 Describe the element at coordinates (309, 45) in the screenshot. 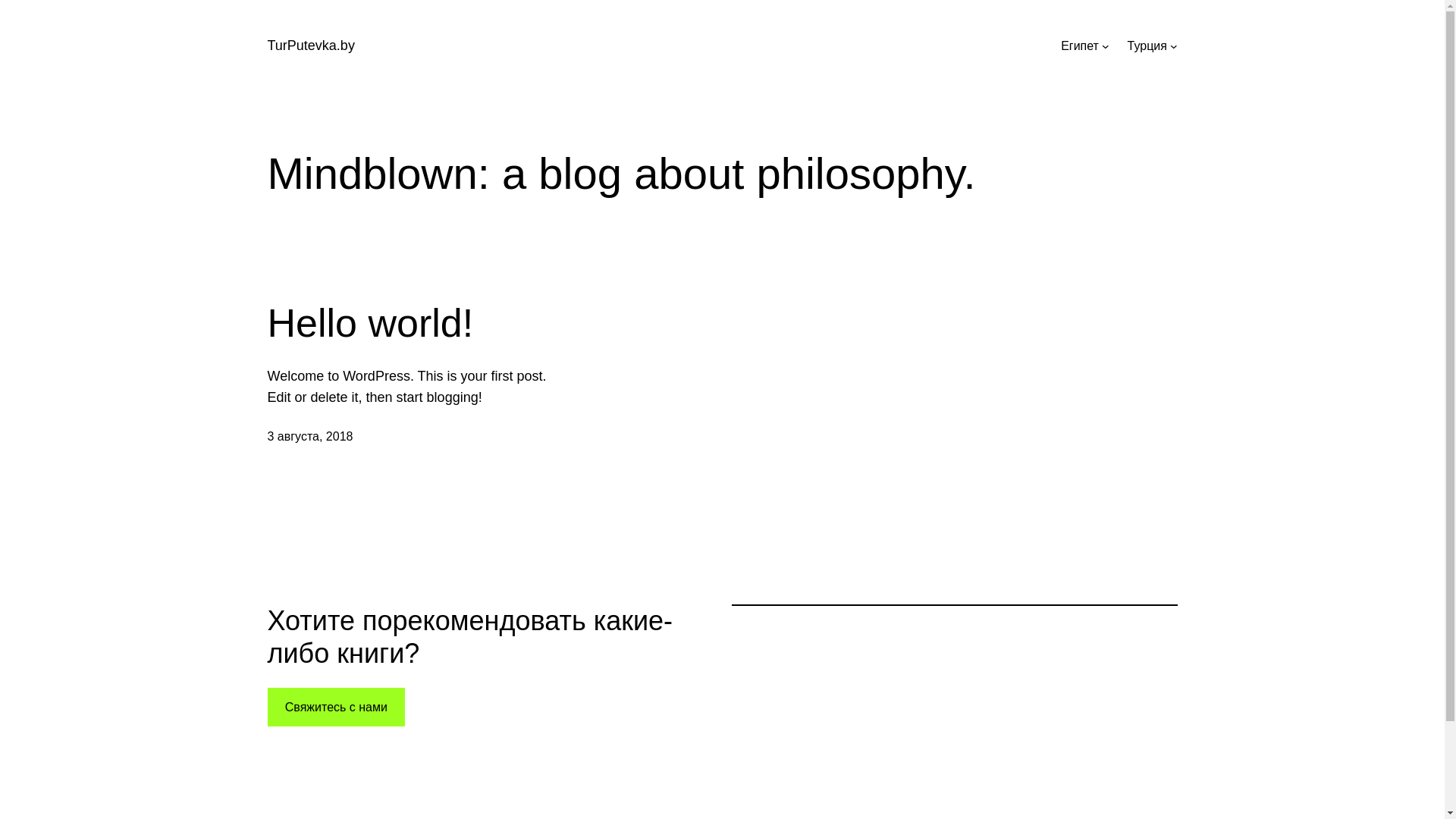

I see `'TurPutevka.by'` at that location.